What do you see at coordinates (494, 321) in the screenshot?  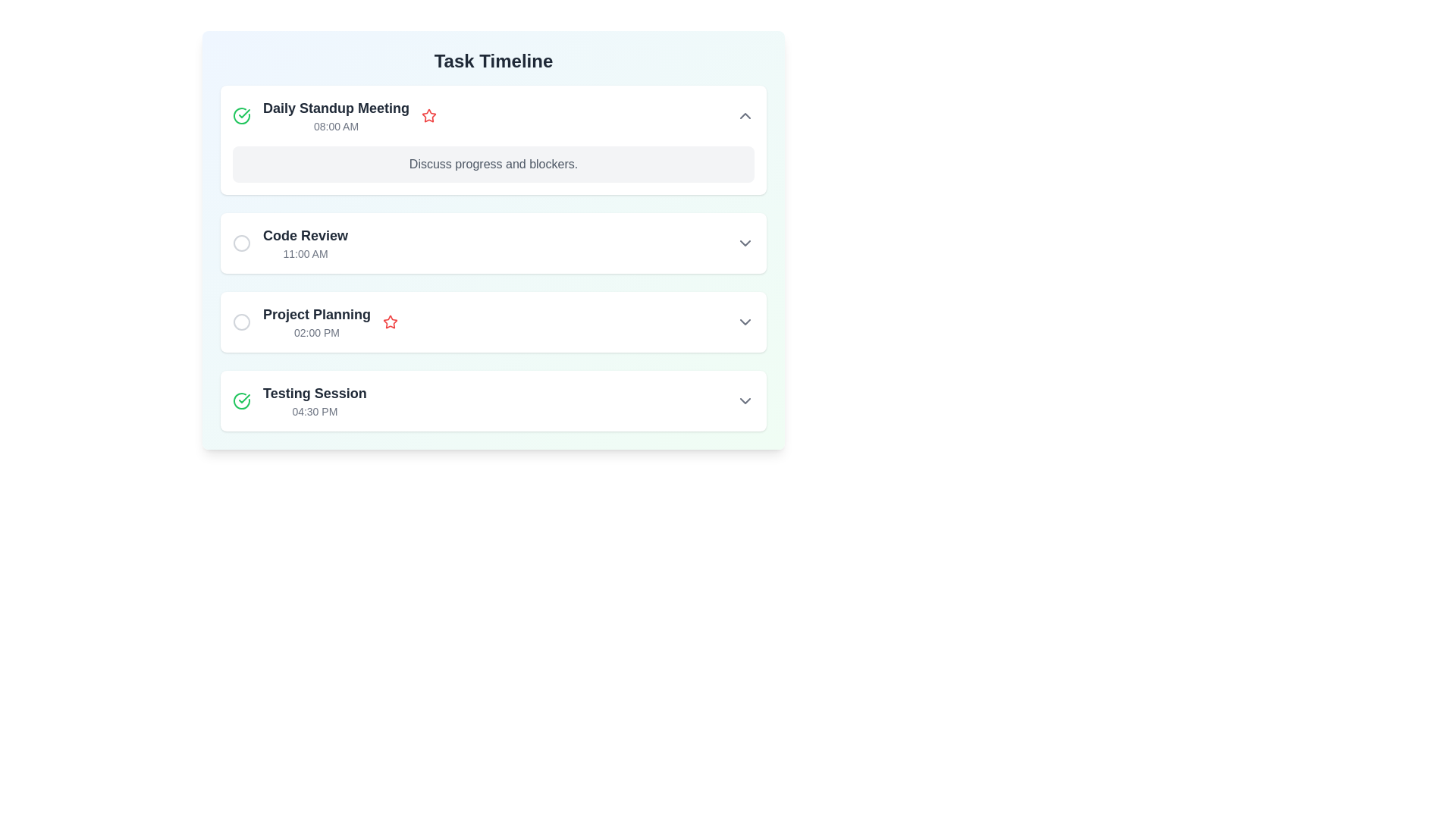 I see `task details of the 'Project Planning' task card, which is the third task in the vertical timeline list, featuring a white background and icons on either side` at bounding box center [494, 321].